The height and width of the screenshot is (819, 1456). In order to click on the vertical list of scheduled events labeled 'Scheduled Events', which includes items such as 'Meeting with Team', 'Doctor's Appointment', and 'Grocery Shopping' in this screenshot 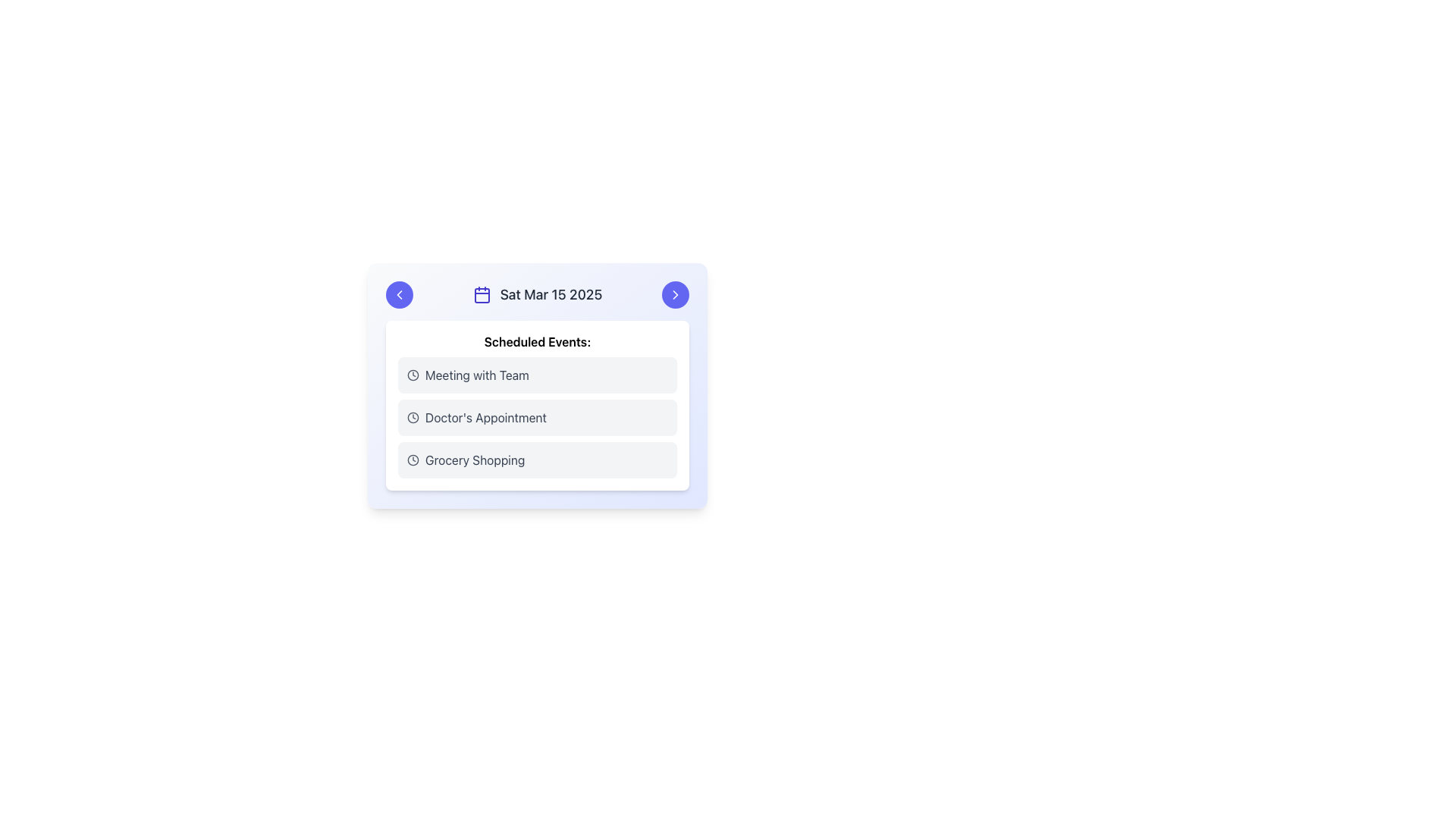, I will do `click(538, 418)`.